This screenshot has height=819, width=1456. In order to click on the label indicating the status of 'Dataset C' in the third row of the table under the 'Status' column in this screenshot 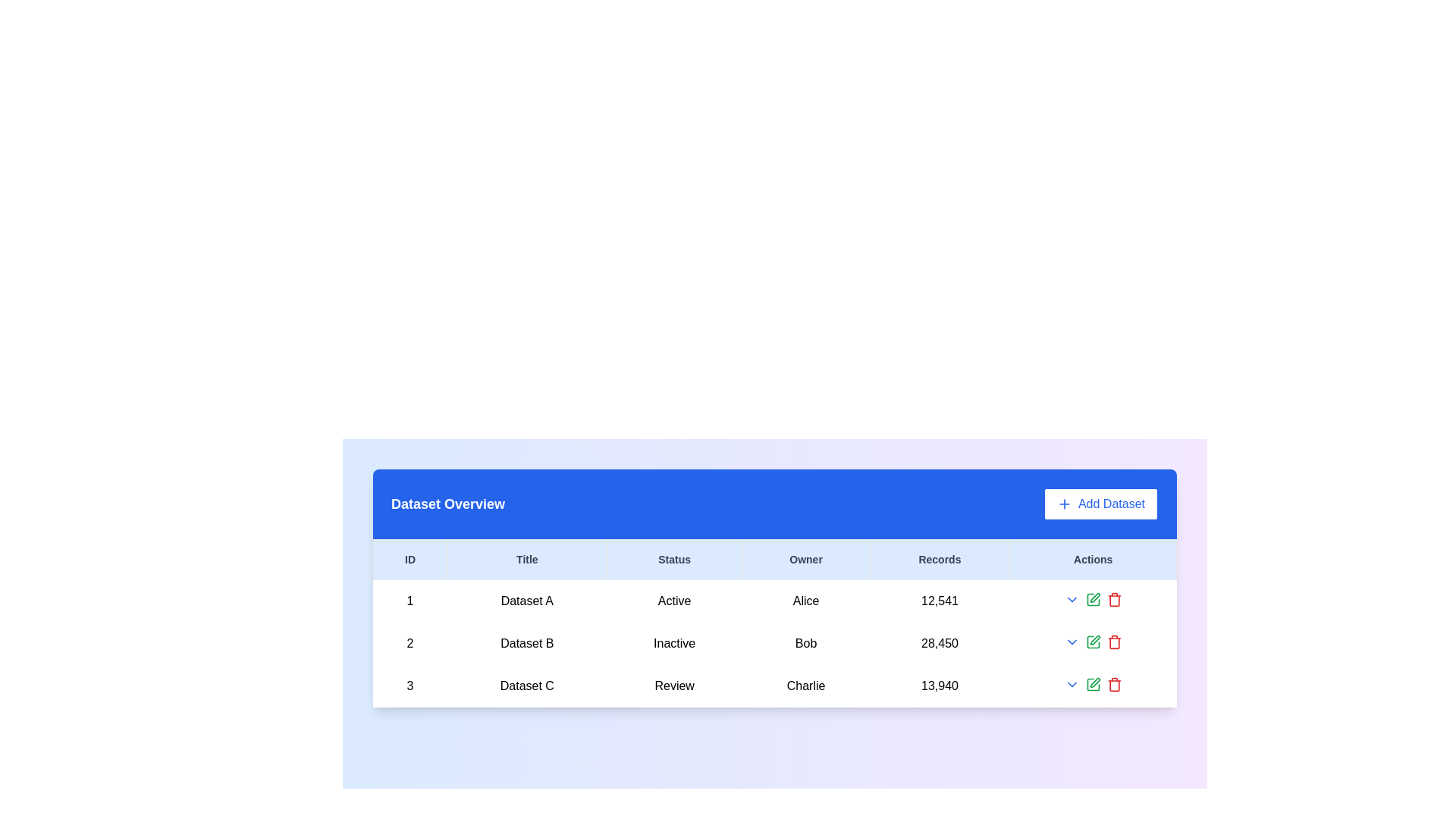, I will do `click(673, 686)`.